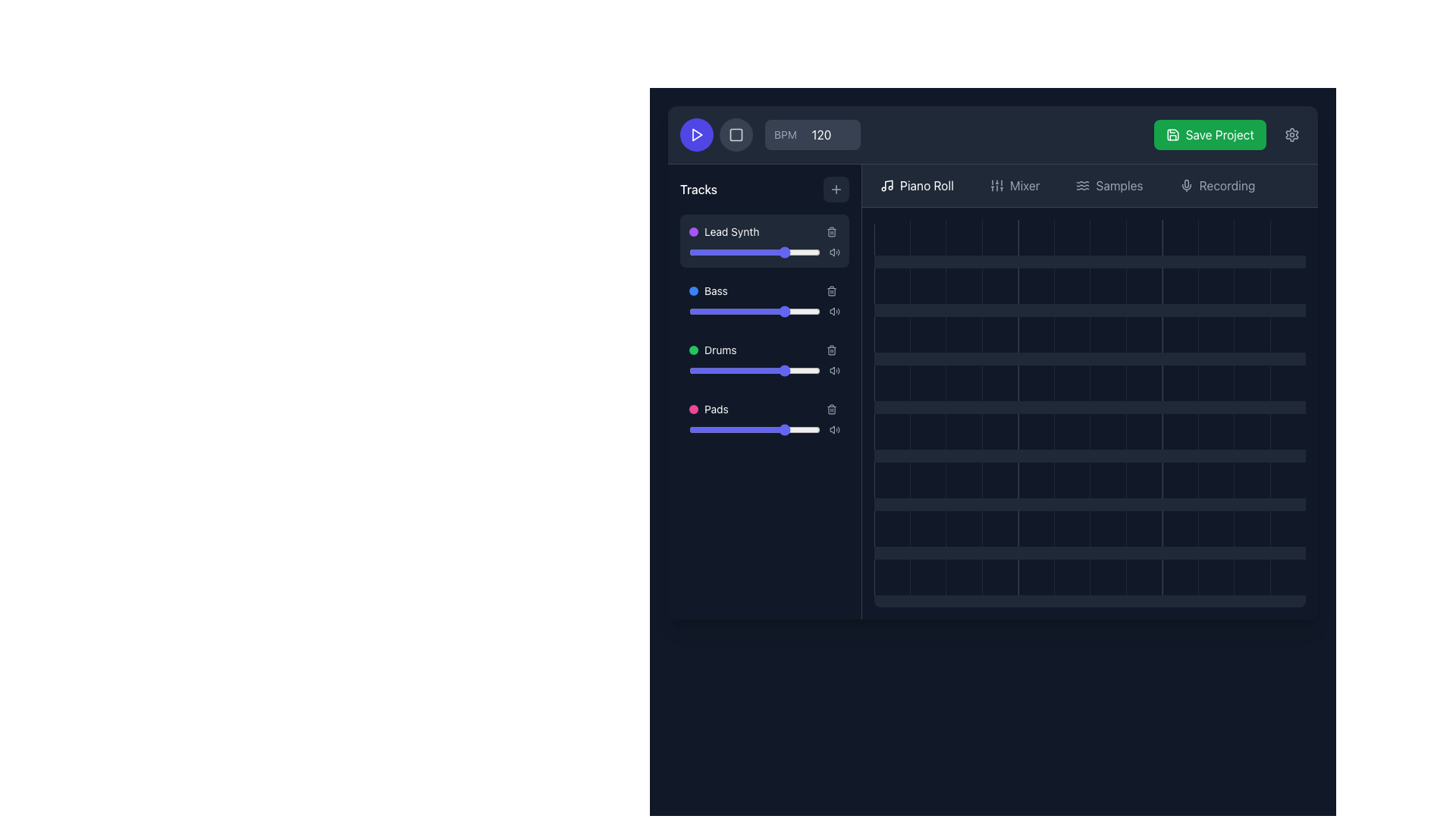  What do you see at coordinates (803, 350) in the screenshot?
I see `the volume for the 'Drums' track` at bounding box center [803, 350].